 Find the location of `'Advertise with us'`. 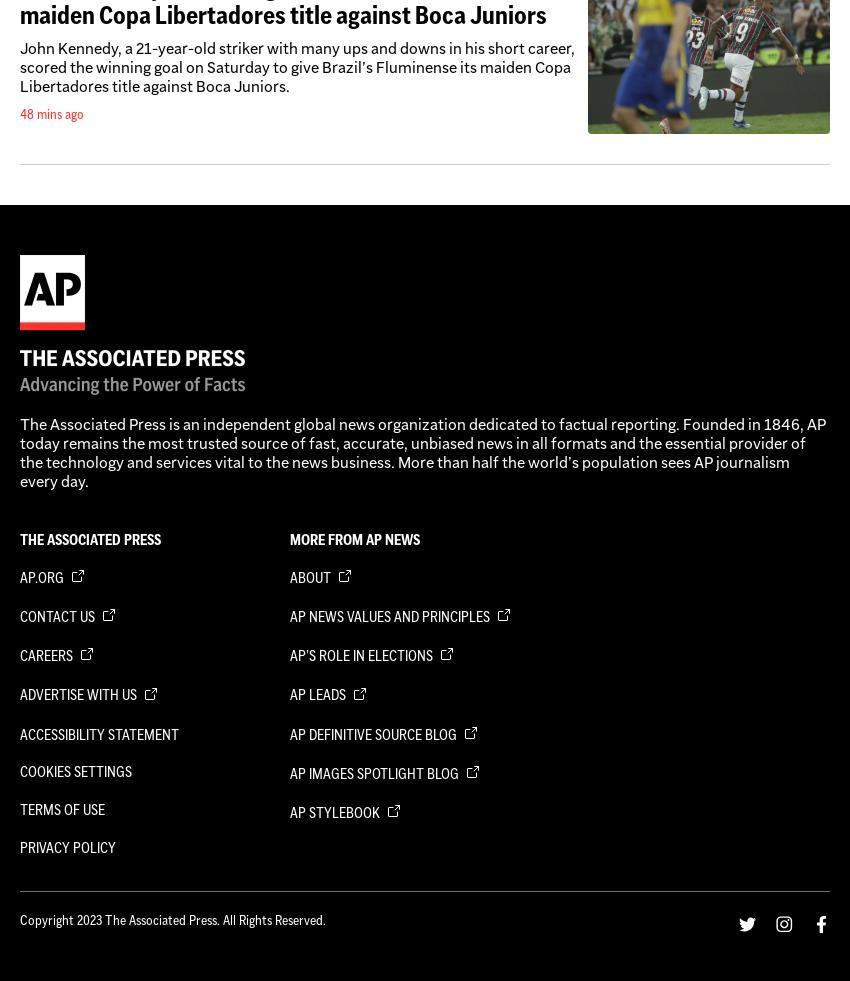

'Advertise with us' is located at coordinates (79, 695).